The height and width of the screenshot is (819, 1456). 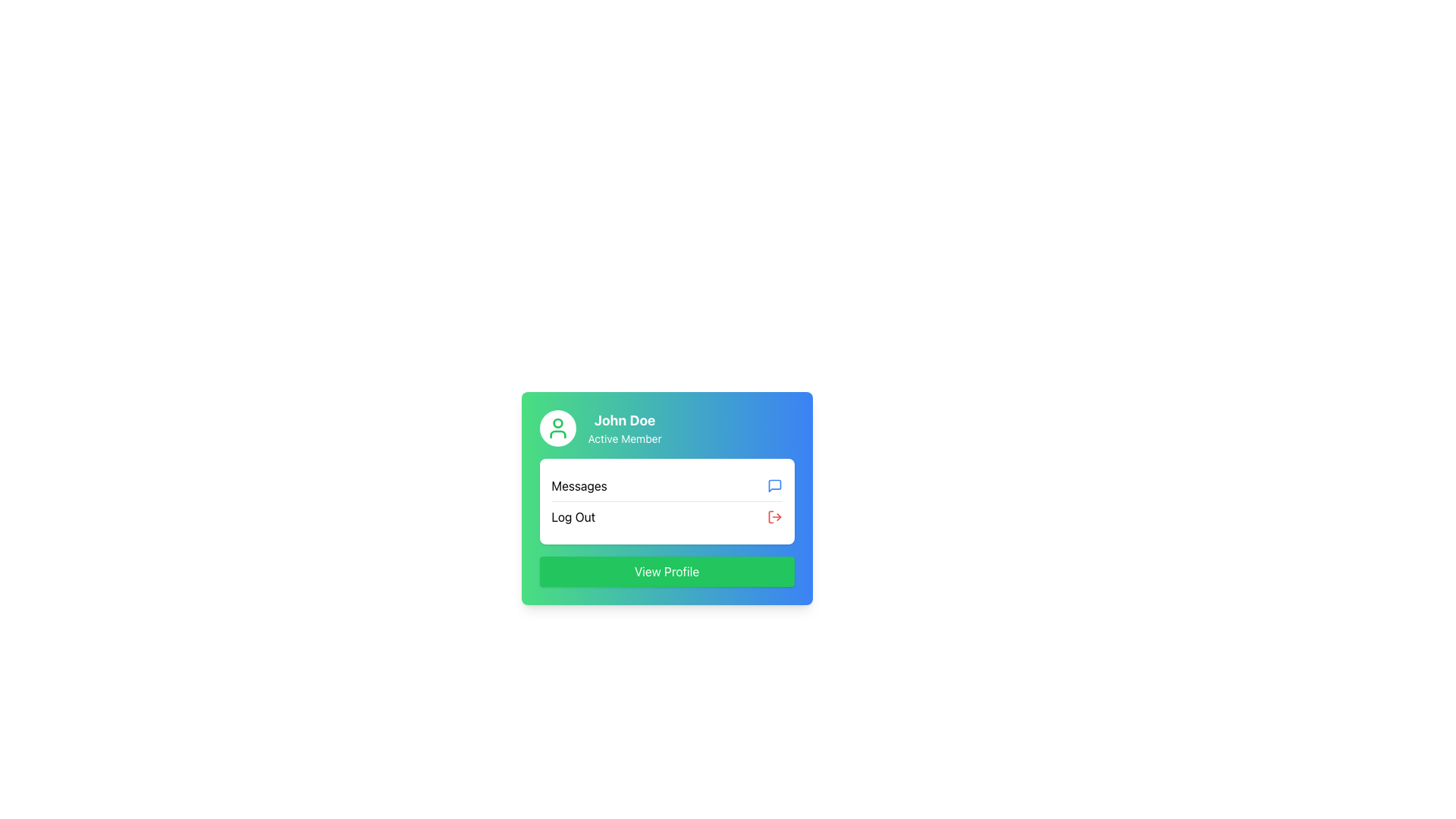 What do you see at coordinates (774, 516) in the screenshot?
I see `the SVG icon for log-out located on the far right, adjacent to the 'Log Out' text, to initiate the log-out action` at bounding box center [774, 516].